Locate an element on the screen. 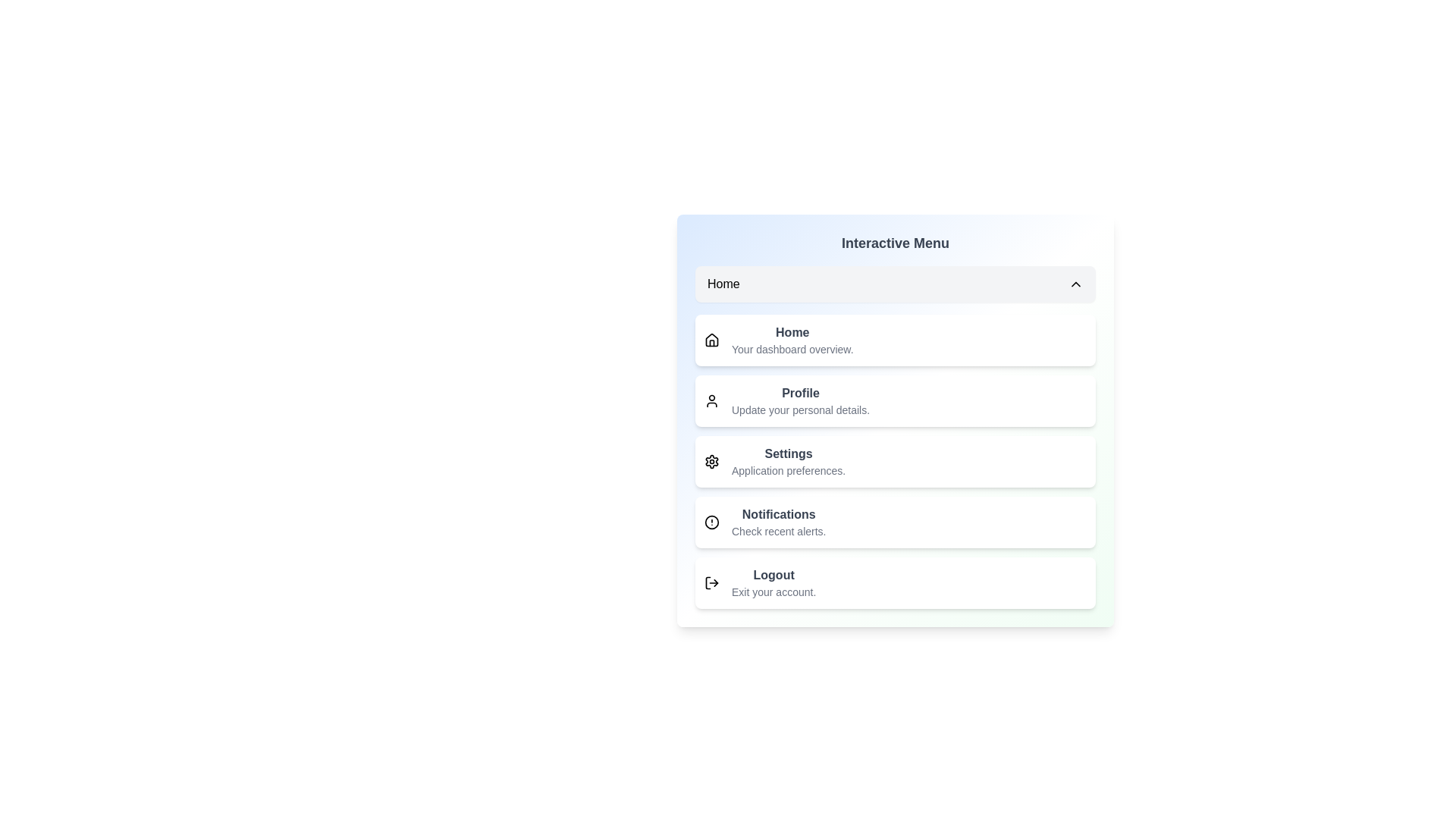 The image size is (1456, 819). the menu option Logout is located at coordinates (895, 582).